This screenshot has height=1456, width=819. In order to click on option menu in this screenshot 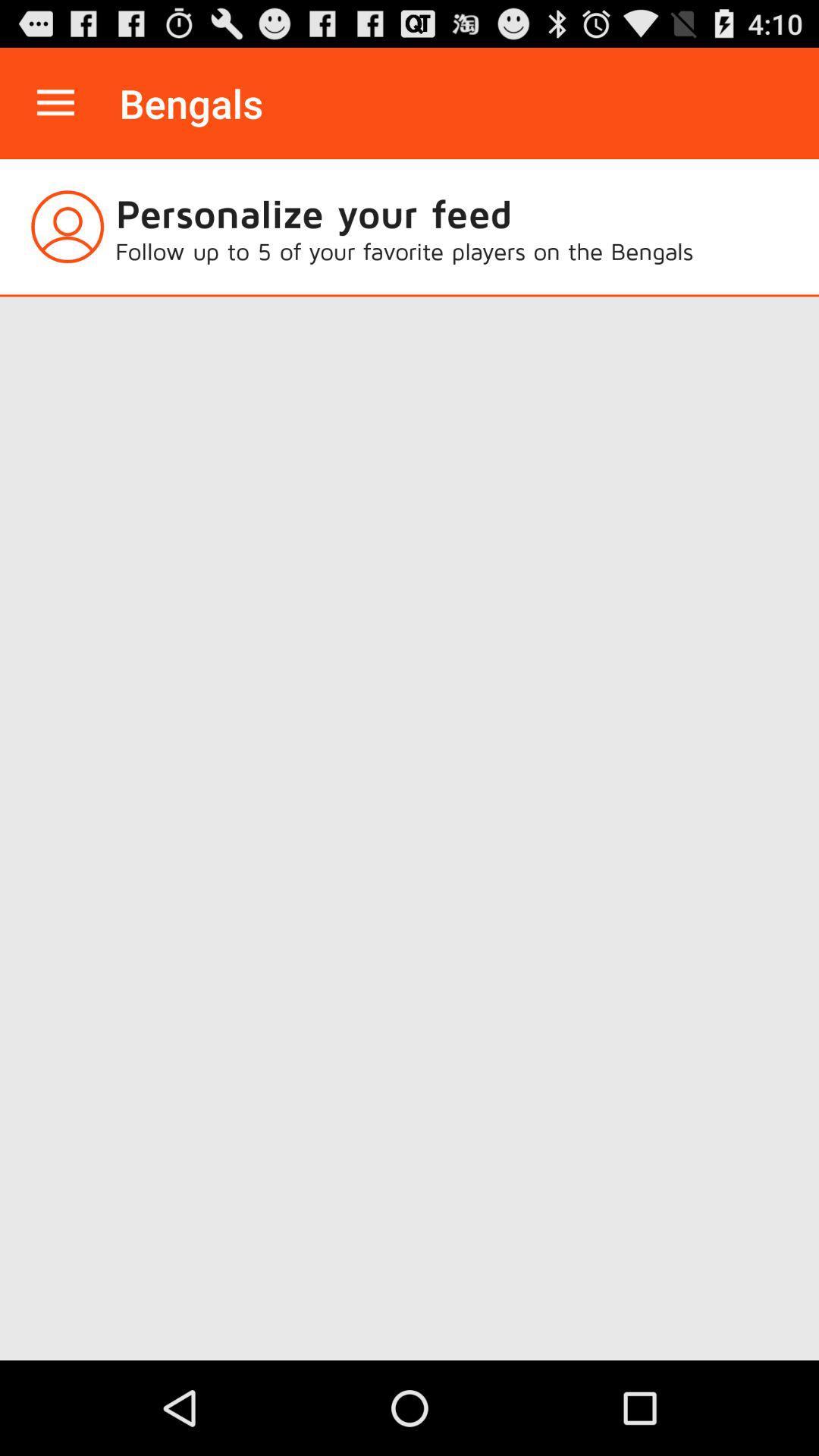, I will do `click(55, 102)`.